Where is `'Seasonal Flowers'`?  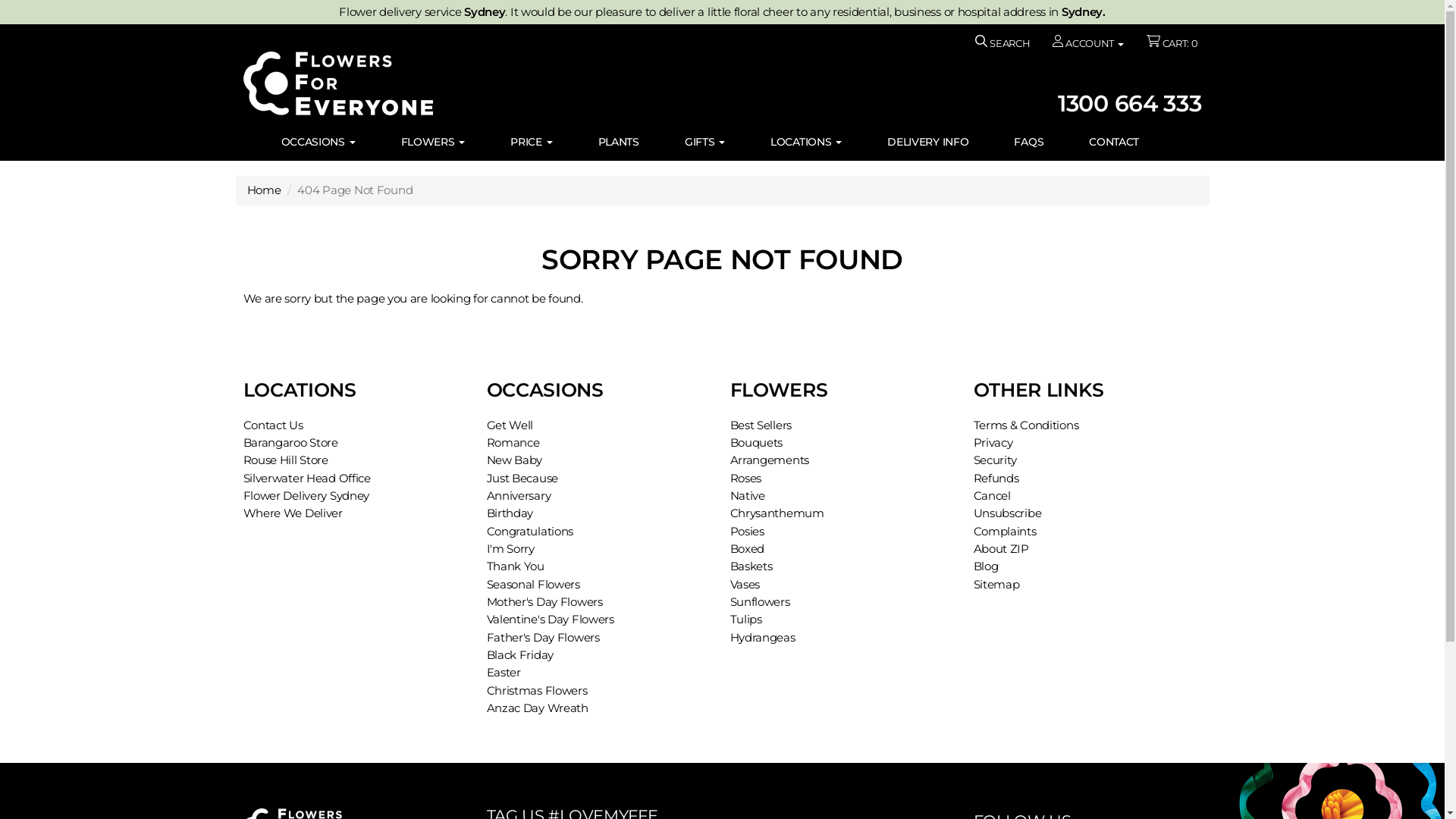 'Seasonal Flowers' is located at coordinates (533, 584).